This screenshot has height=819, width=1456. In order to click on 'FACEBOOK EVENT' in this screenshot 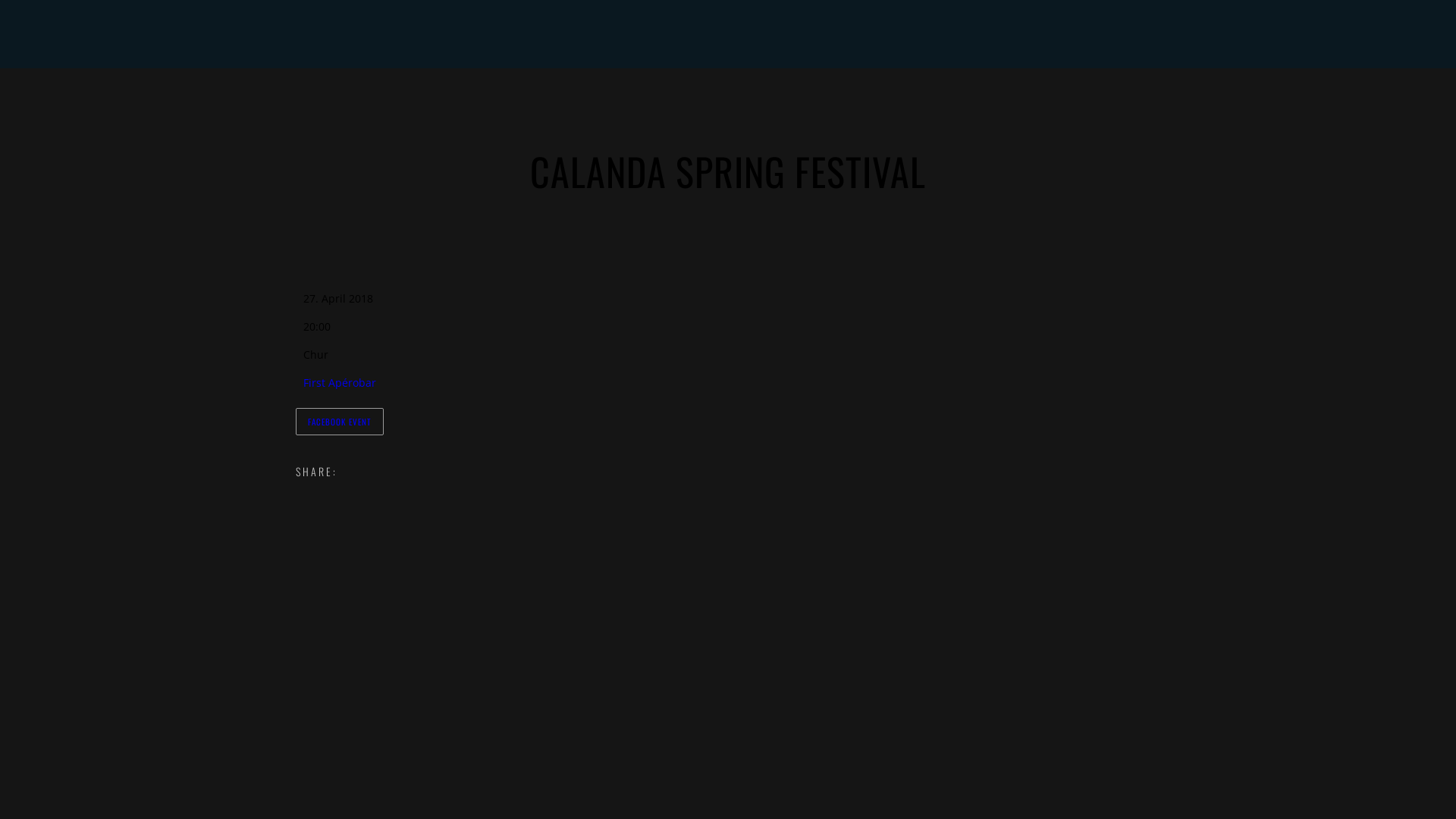, I will do `click(338, 421)`.